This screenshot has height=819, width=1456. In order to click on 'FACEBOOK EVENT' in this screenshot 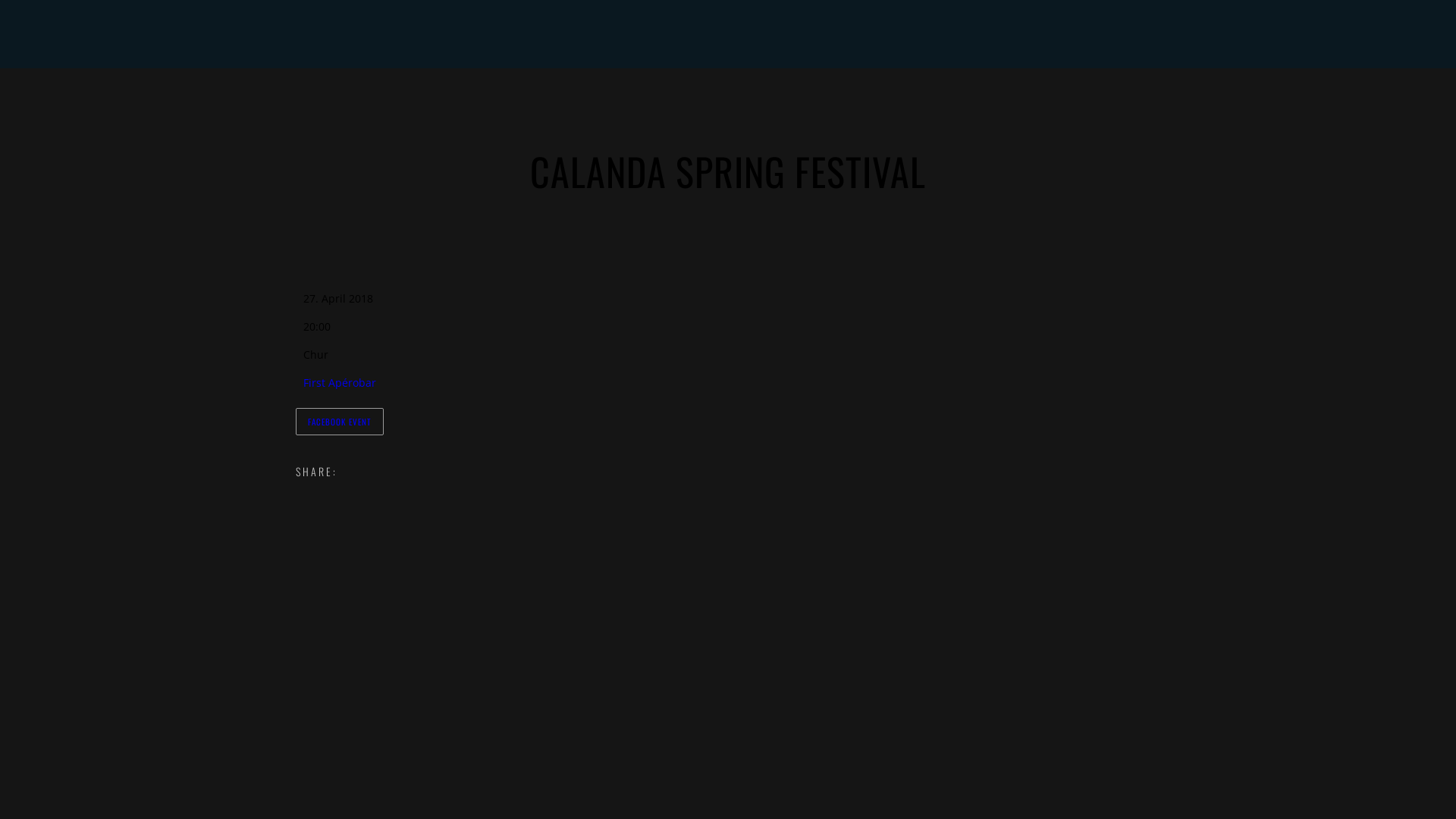, I will do `click(338, 421)`.